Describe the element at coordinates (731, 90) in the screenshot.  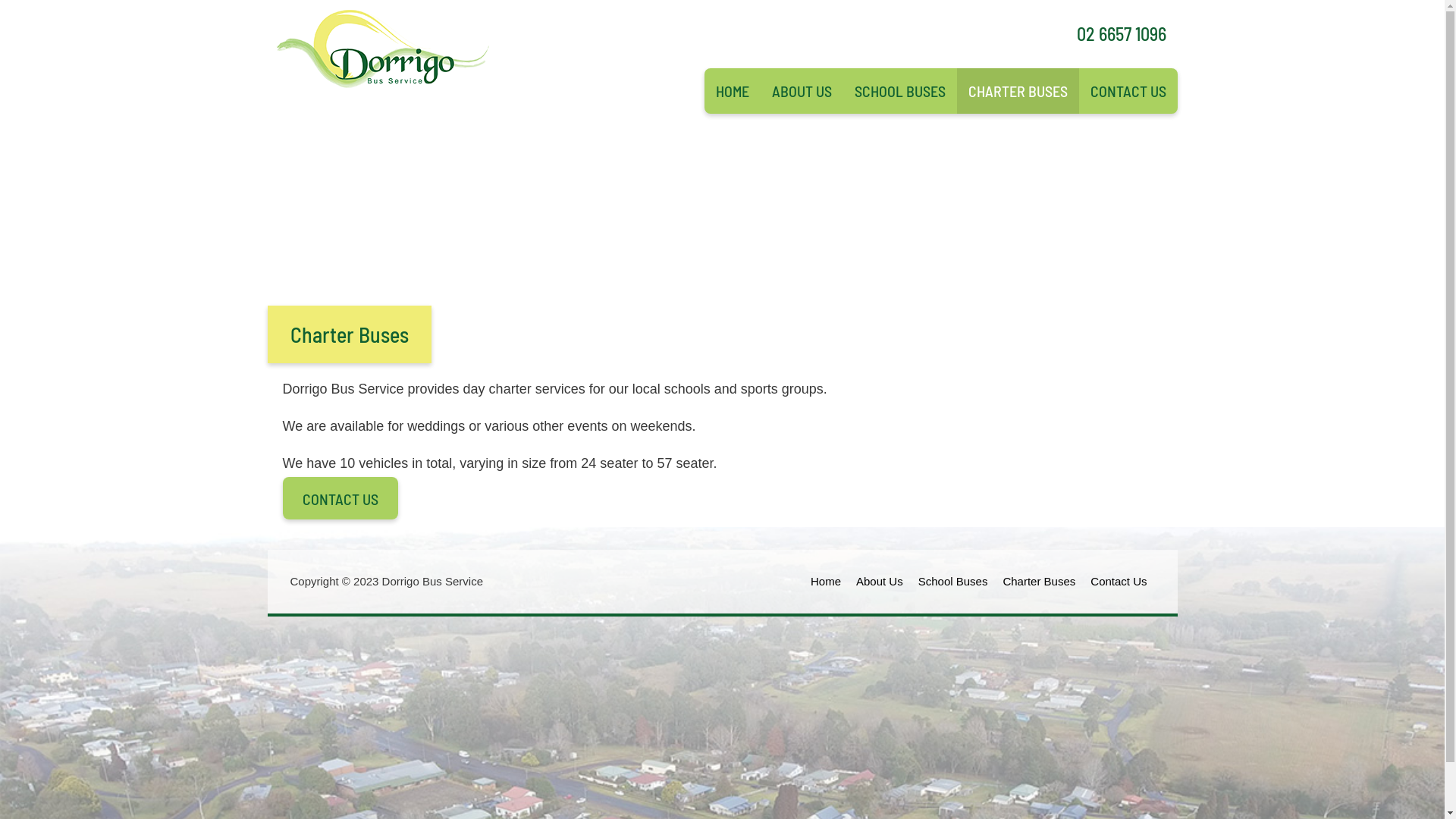
I see `'HOME'` at that location.